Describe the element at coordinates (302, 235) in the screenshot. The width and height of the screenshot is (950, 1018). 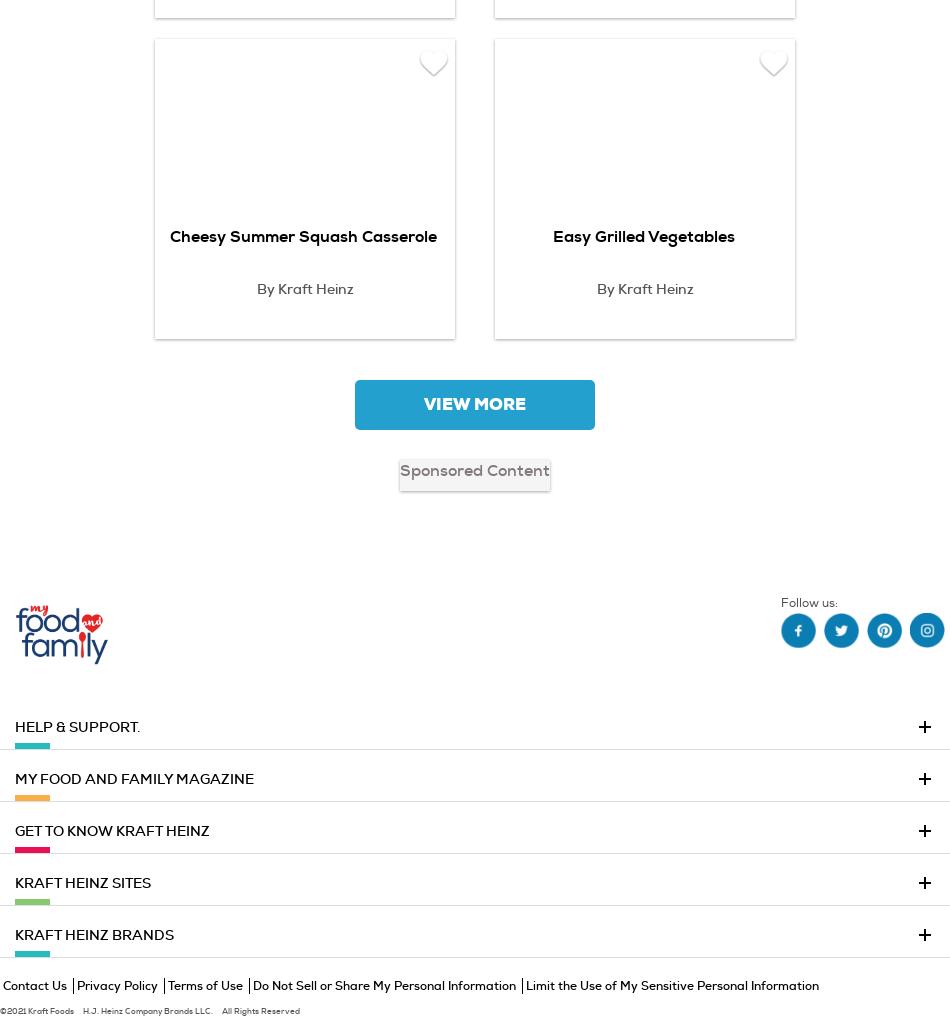
I see `'Cheesy Summer Squash Casserole'` at that location.